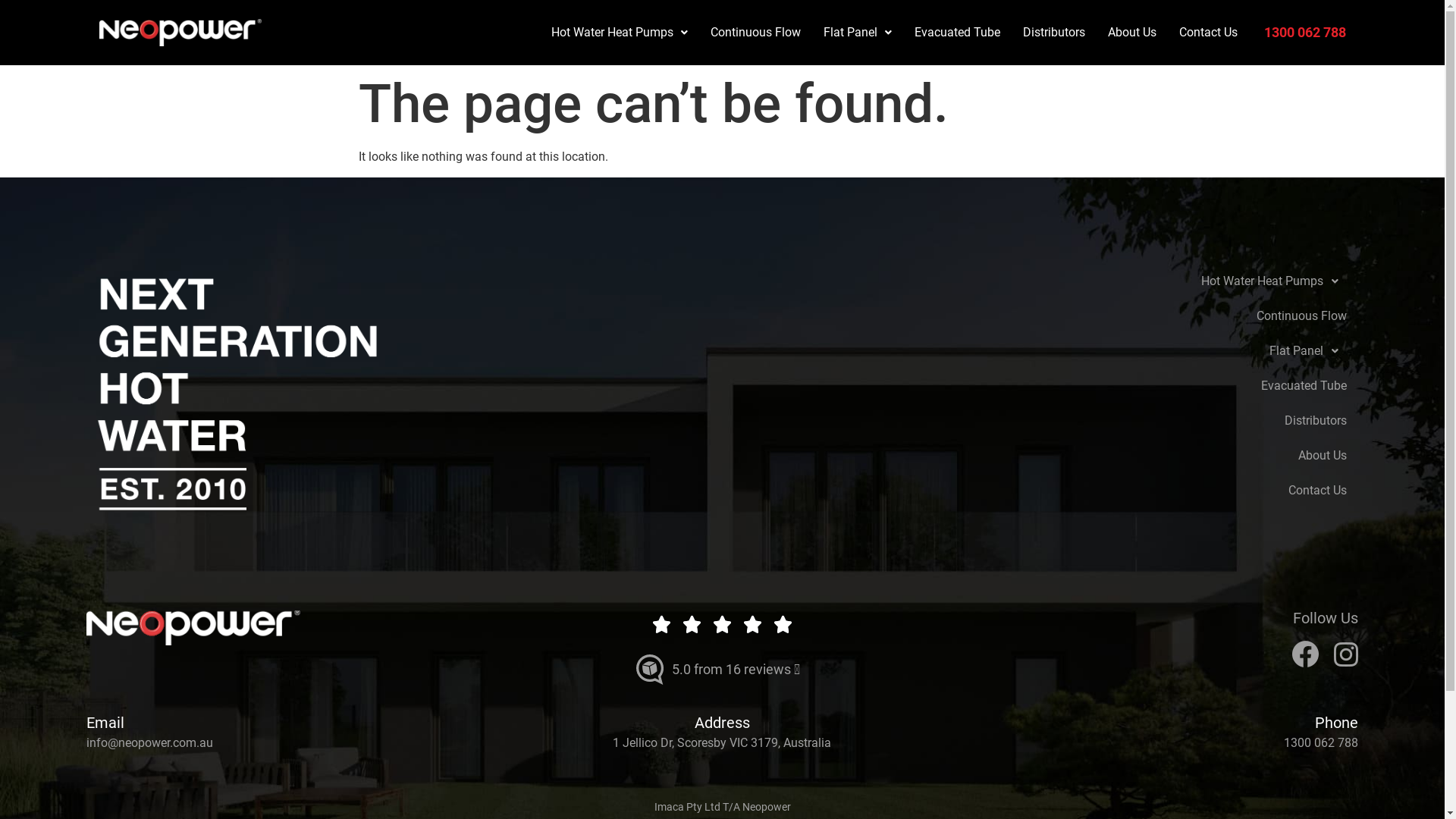 Image resolution: width=1456 pixels, height=819 pixels. I want to click on '1 Jellico Dr, Scoresby VIC 3179, Australia', so click(720, 742).